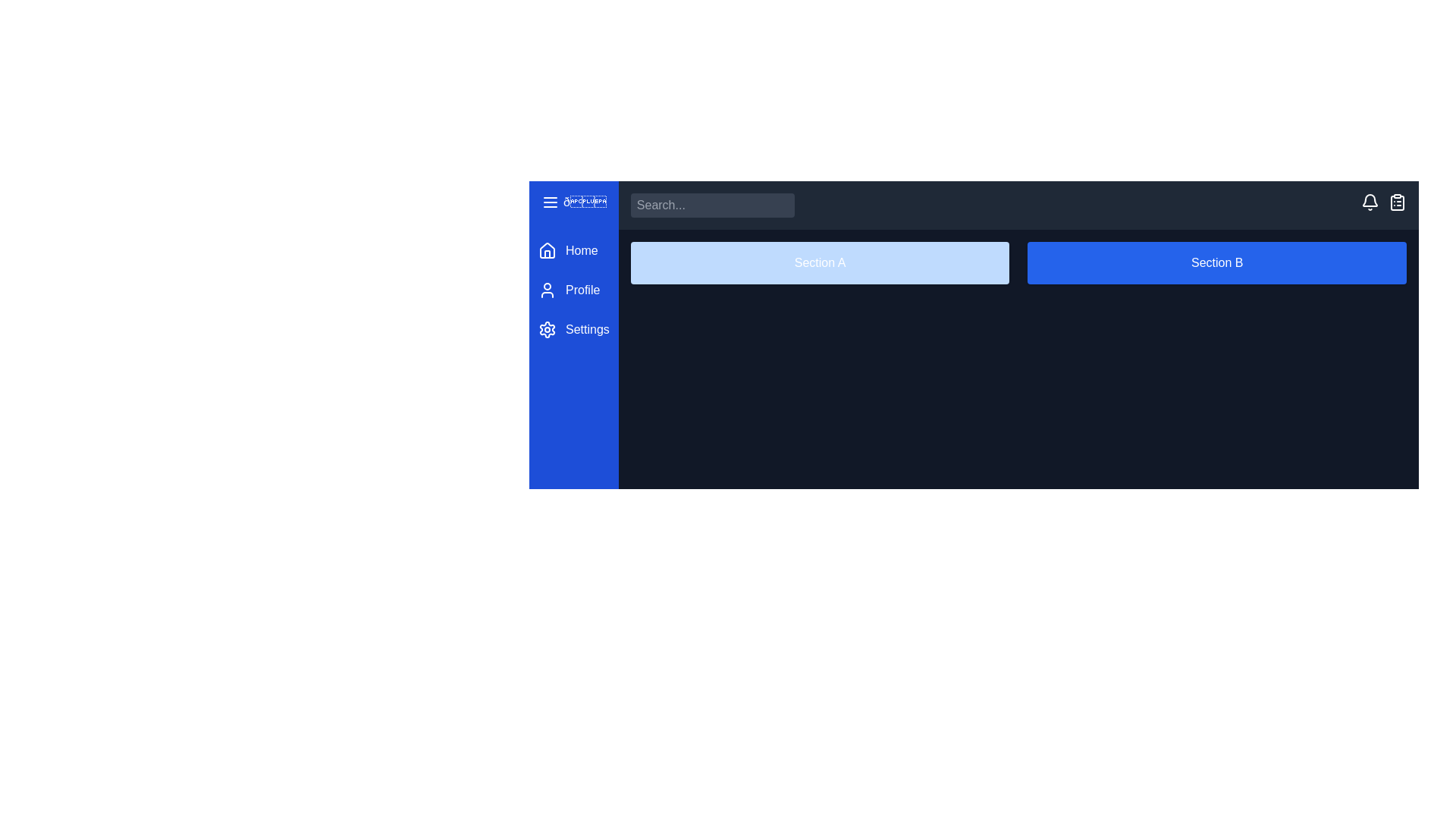 The height and width of the screenshot is (819, 1456). What do you see at coordinates (573, 290) in the screenshot?
I see `the 'Profile' button in the vertical navigation bar` at bounding box center [573, 290].